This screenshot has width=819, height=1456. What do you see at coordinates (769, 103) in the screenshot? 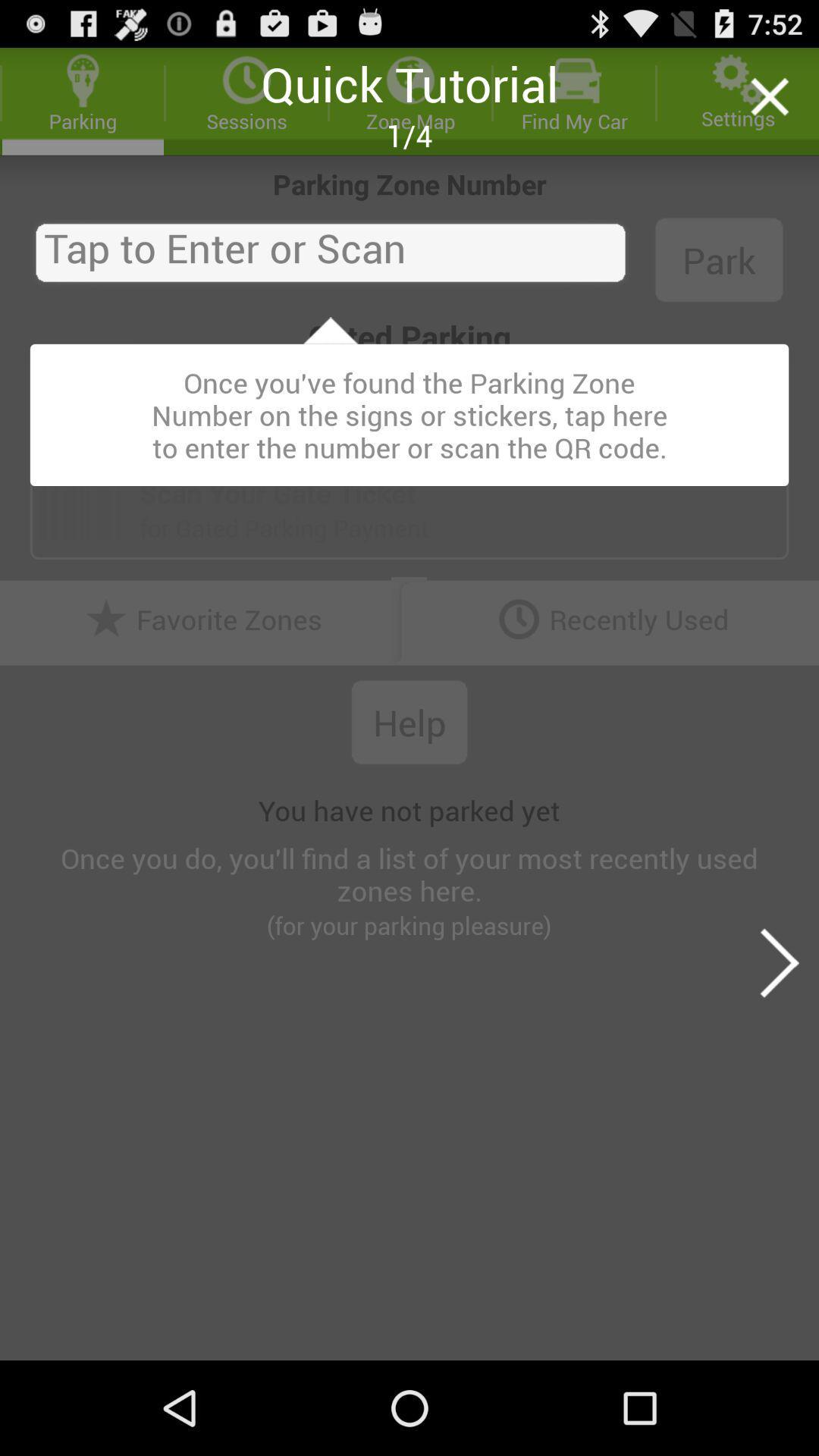
I see `the close icon` at bounding box center [769, 103].